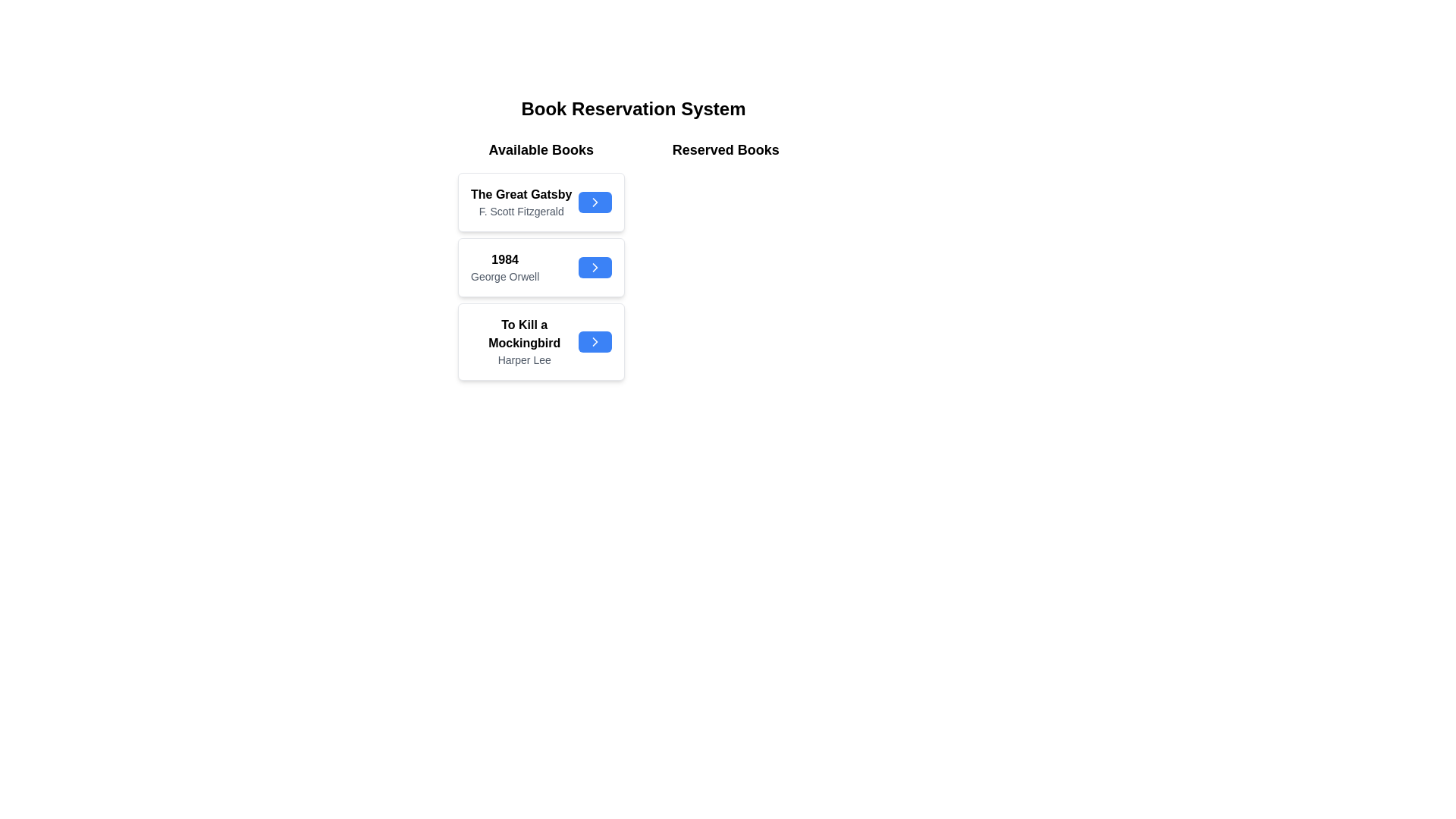 Image resolution: width=1456 pixels, height=819 pixels. What do you see at coordinates (521, 194) in the screenshot?
I see `the static text label indicating the title of the book 'The Great Gatsby', which is positioned at the top of the vertical layout in the 'Available Books' section` at bounding box center [521, 194].